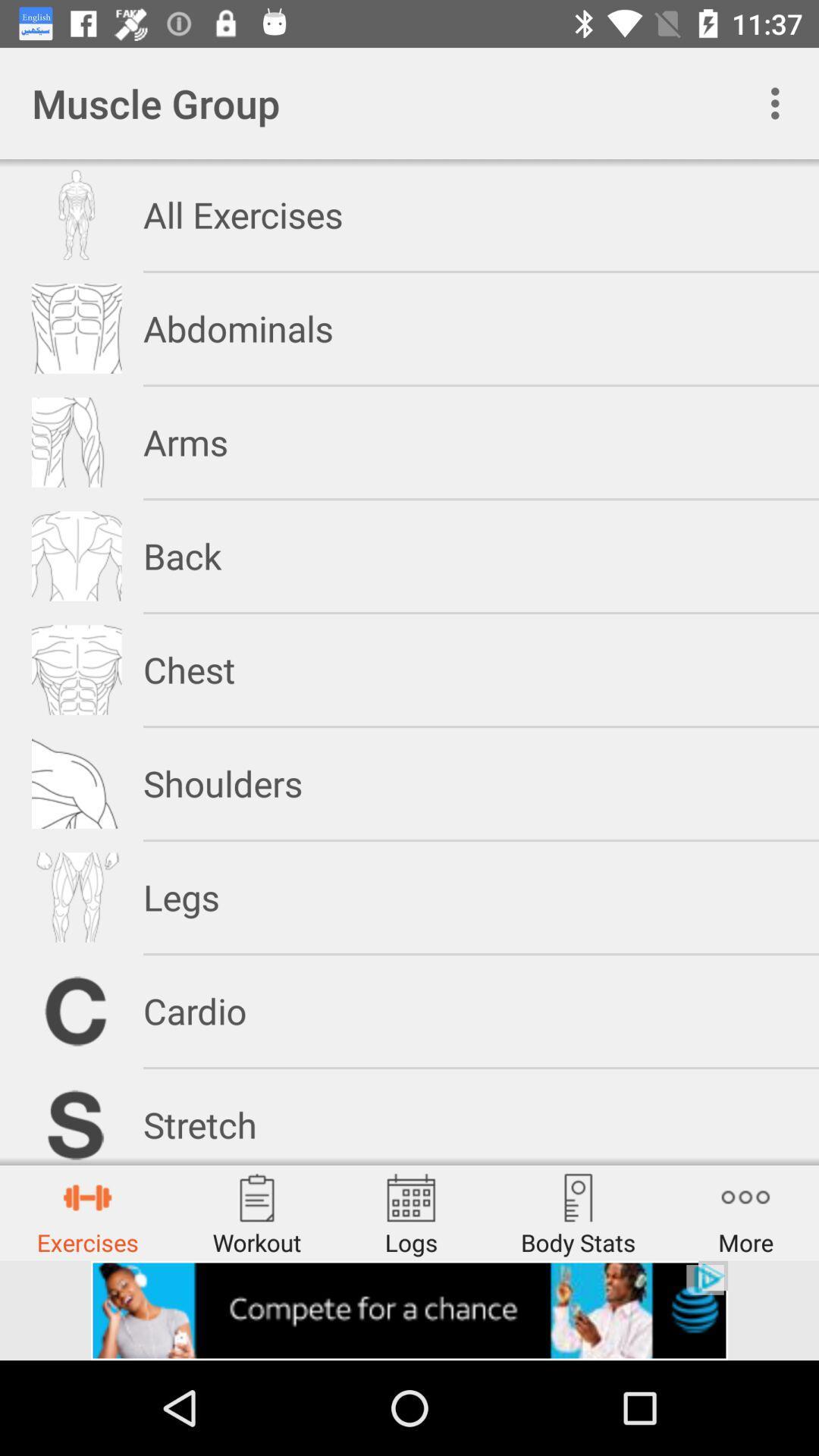 This screenshot has height=1456, width=819. Describe the element at coordinates (409, 1310) in the screenshot. I see `new advertisement open box` at that location.